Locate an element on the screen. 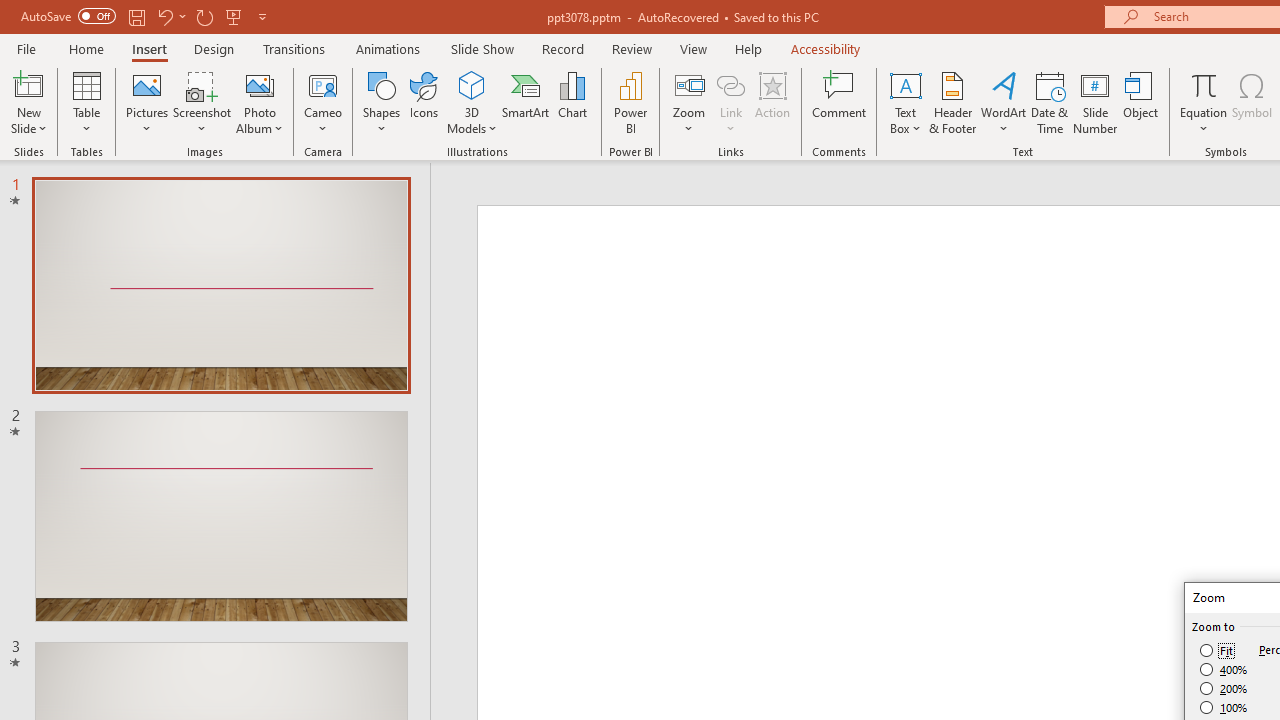 Image resolution: width=1280 pixels, height=720 pixels. '400%' is located at coordinates (1223, 669).